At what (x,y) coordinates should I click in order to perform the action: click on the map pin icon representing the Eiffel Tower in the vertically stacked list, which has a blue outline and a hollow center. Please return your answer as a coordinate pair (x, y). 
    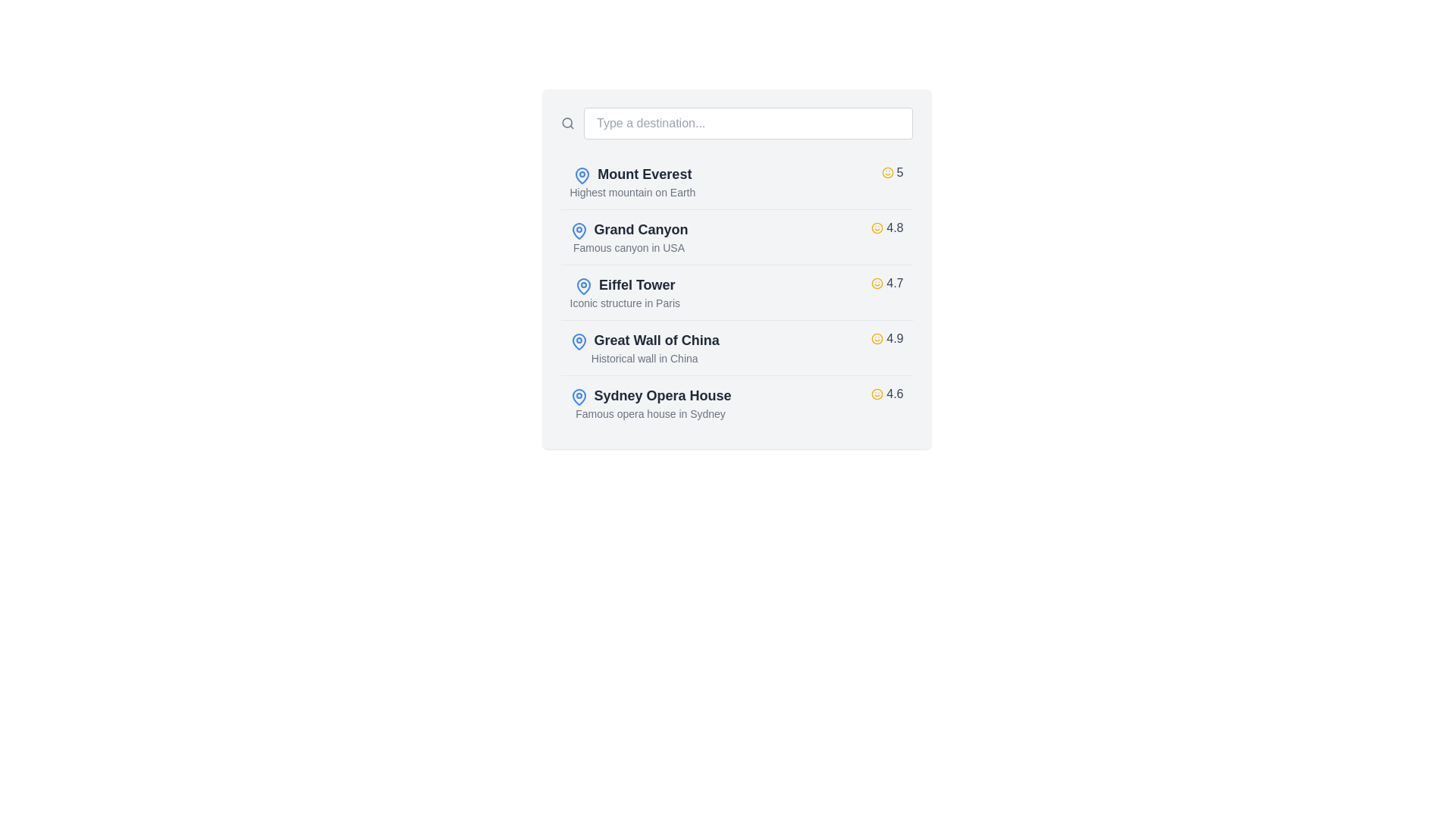
    Looking at the image, I should click on (582, 286).